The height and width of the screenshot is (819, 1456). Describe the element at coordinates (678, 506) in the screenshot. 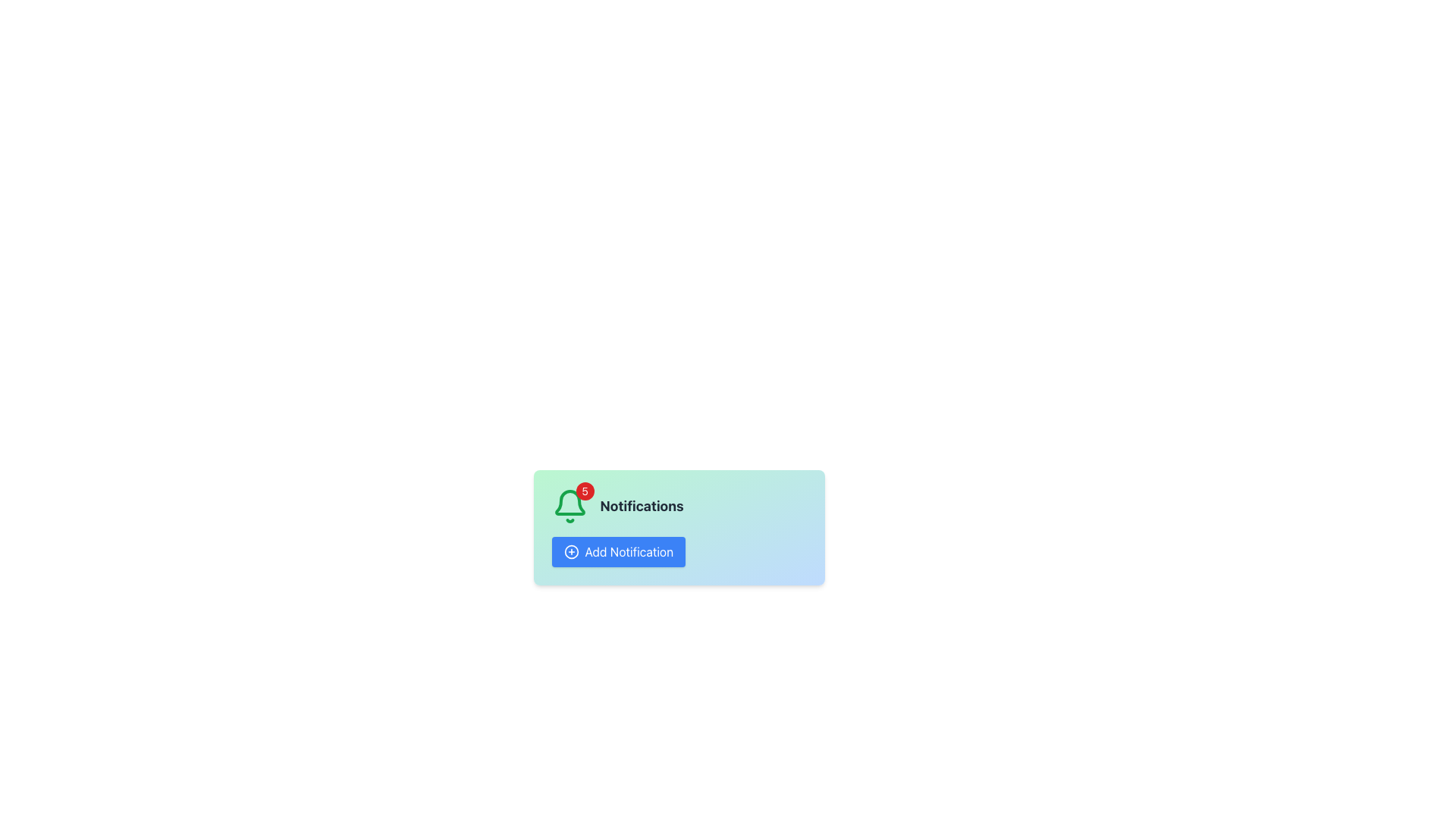

I see `the 'Notifications' text in the Notification summary display` at that location.